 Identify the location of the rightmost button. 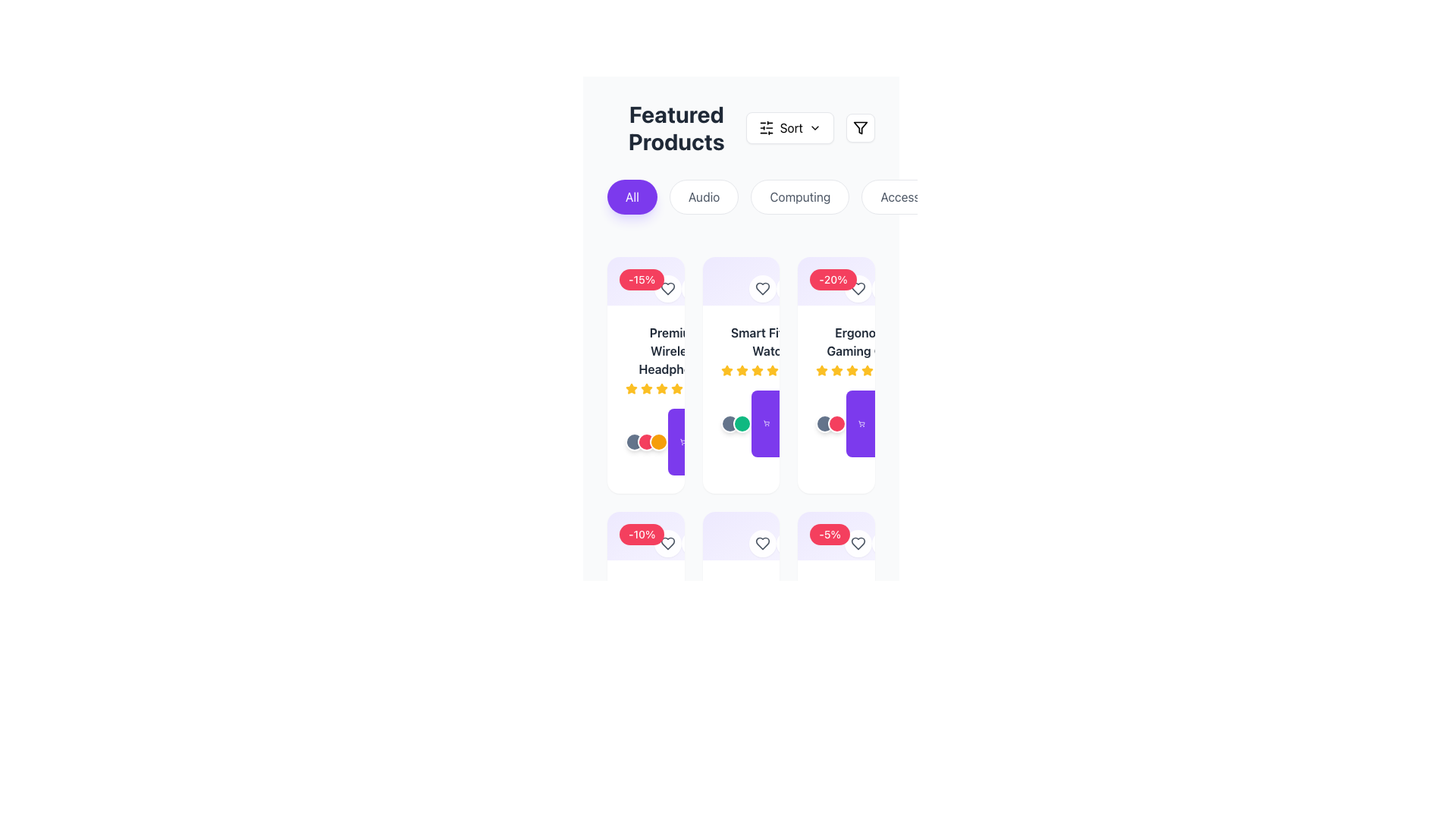
(860, 127).